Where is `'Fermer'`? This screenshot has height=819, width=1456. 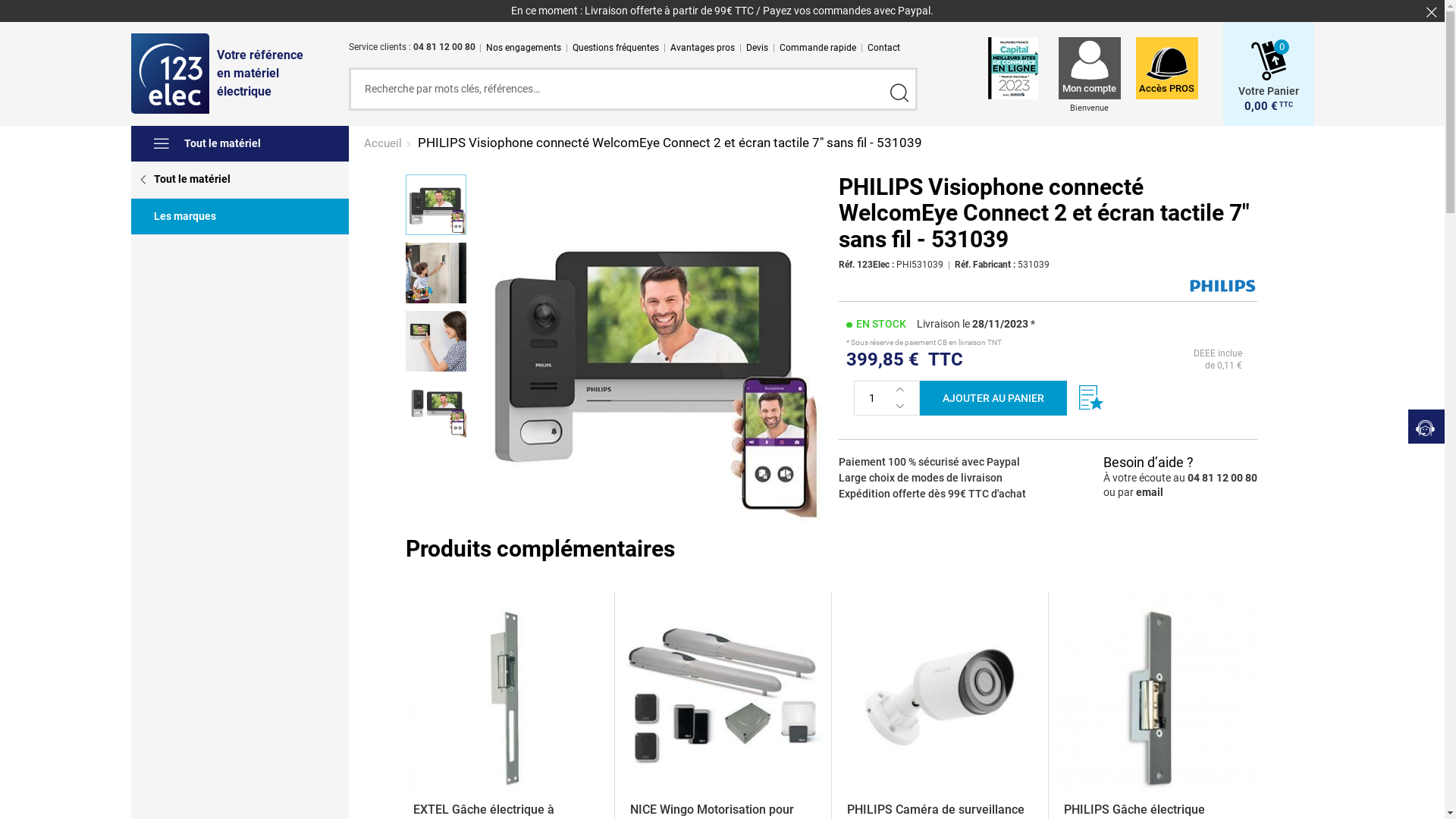 'Fermer' is located at coordinates (1430, 11).